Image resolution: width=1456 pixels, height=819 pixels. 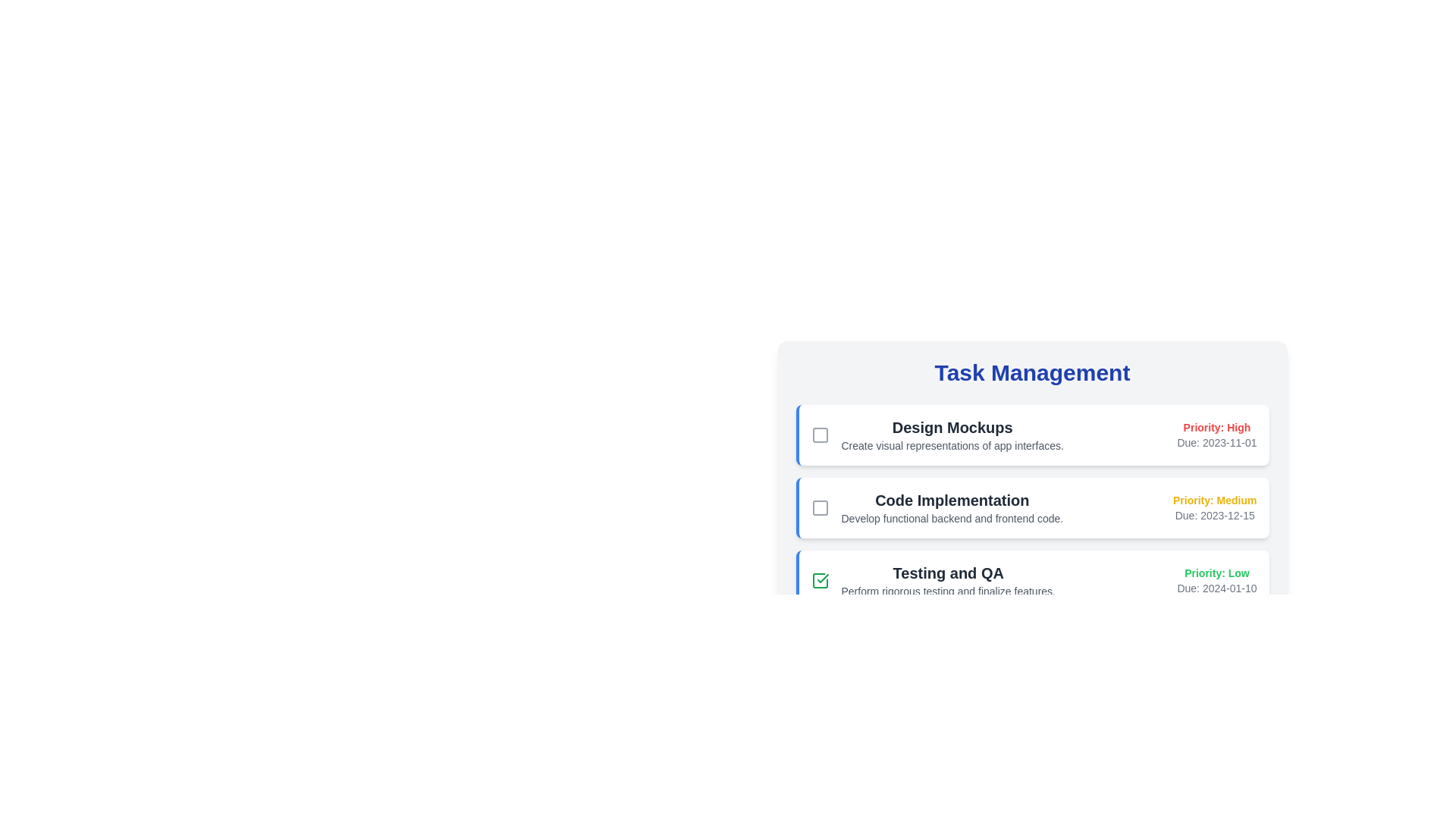 I want to click on the Text Label that serves as the title of the task card in the 'Task Management' section, located above the descriptive text and aligned to the left edge, so click(x=952, y=427).